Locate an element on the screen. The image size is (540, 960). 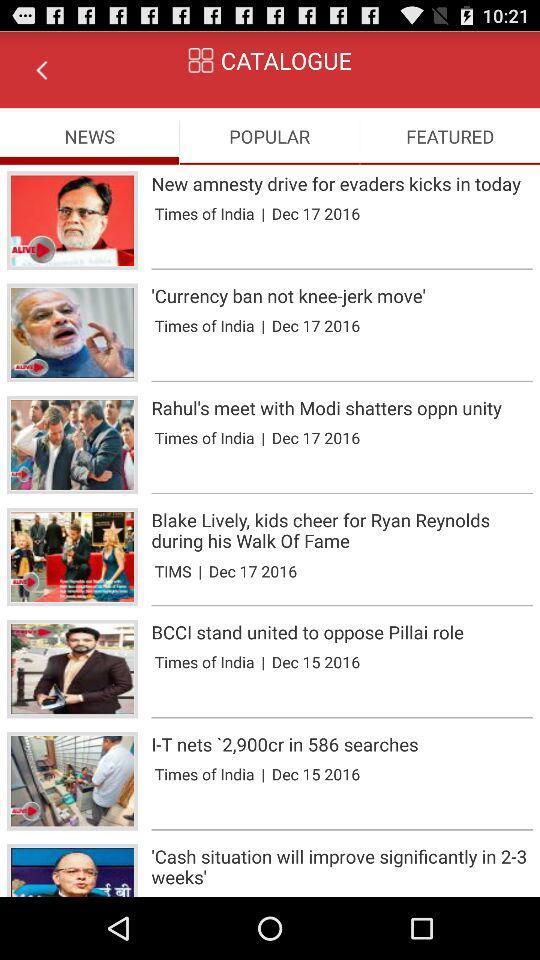
the item to the right of news is located at coordinates (269, 135).